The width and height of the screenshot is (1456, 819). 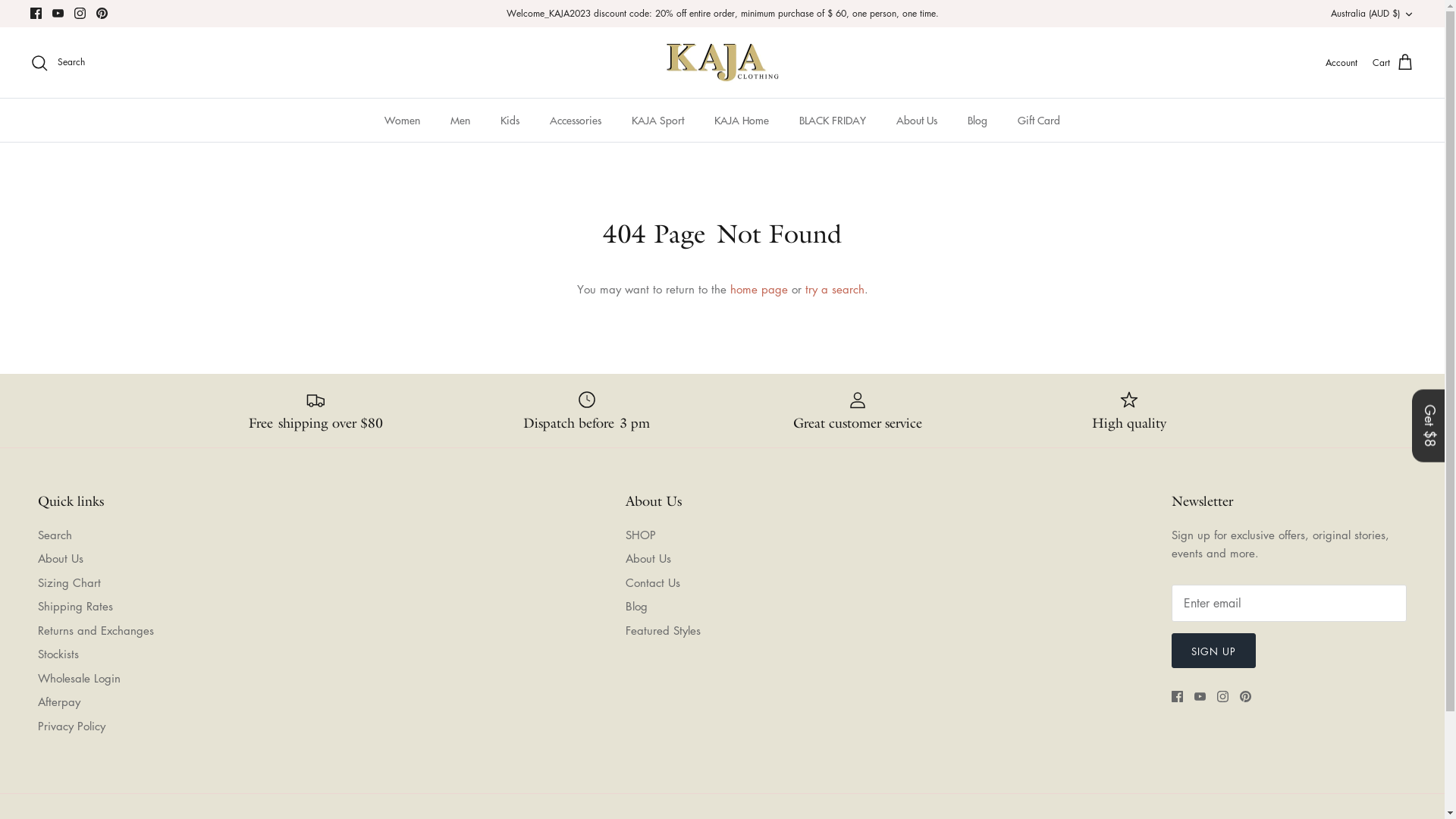 What do you see at coordinates (977, 119) in the screenshot?
I see `'Blog'` at bounding box center [977, 119].